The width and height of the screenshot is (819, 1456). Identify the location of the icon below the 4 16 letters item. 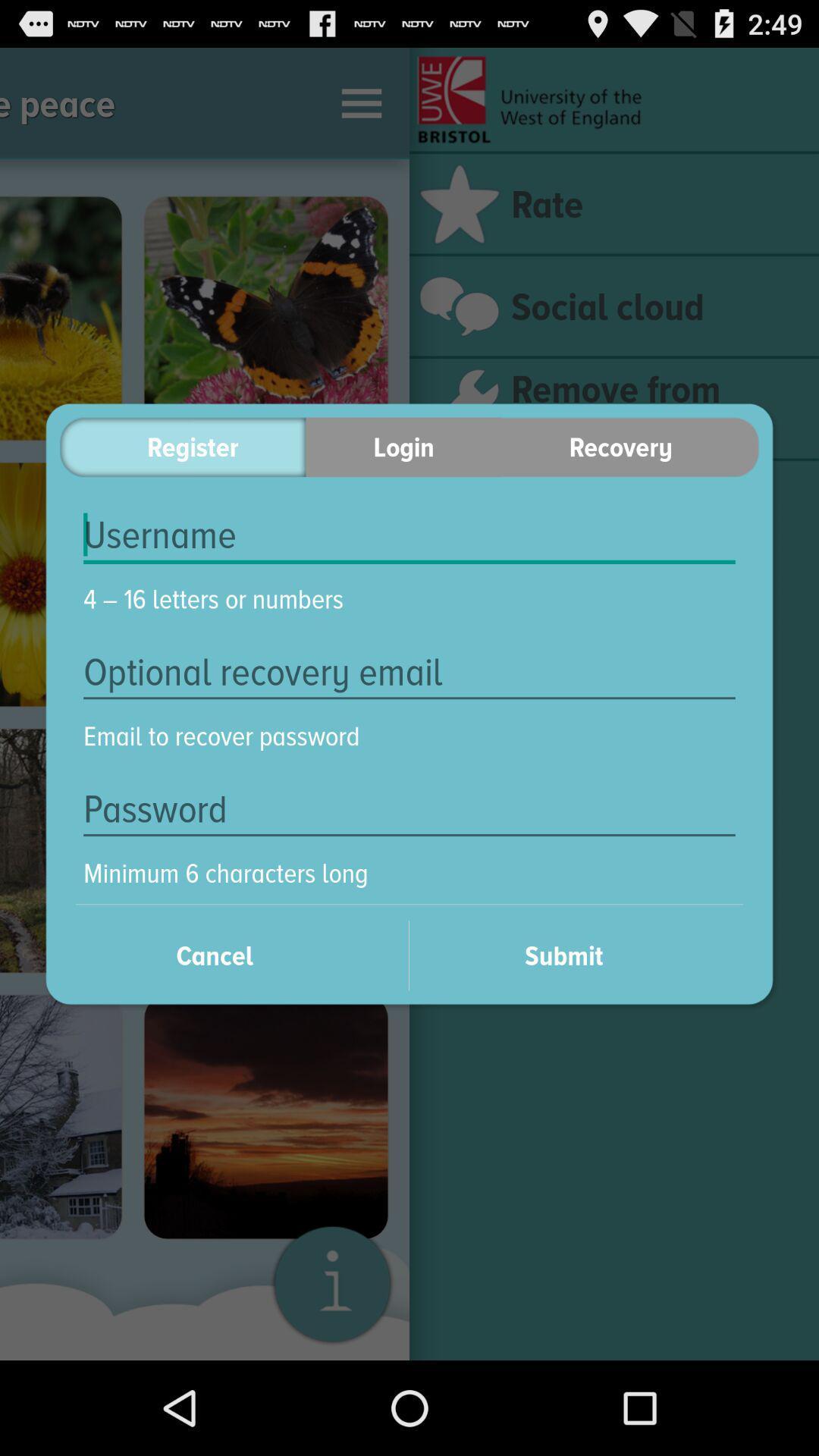
(409, 671).